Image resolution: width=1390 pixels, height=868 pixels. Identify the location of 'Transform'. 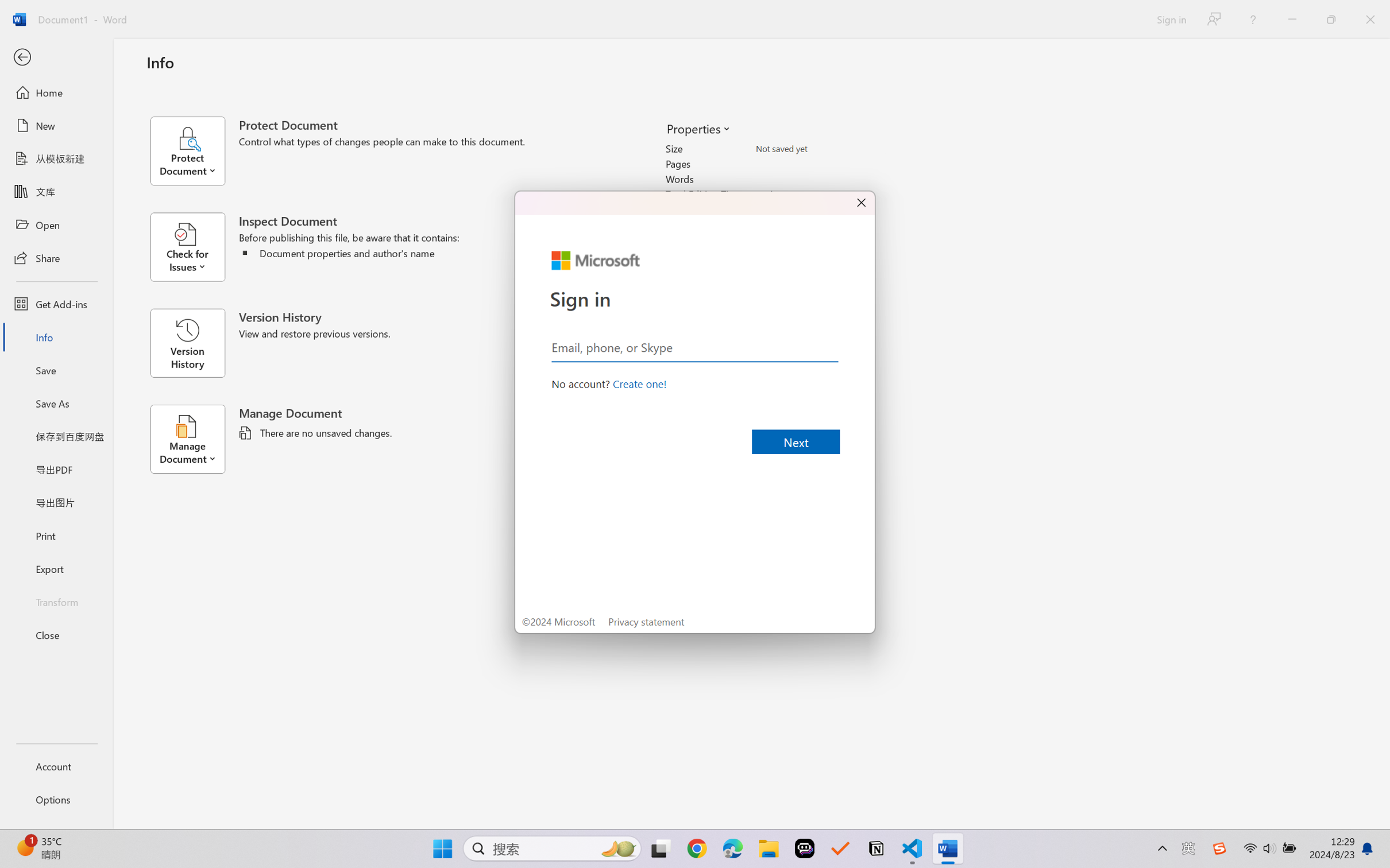
(56, 600).